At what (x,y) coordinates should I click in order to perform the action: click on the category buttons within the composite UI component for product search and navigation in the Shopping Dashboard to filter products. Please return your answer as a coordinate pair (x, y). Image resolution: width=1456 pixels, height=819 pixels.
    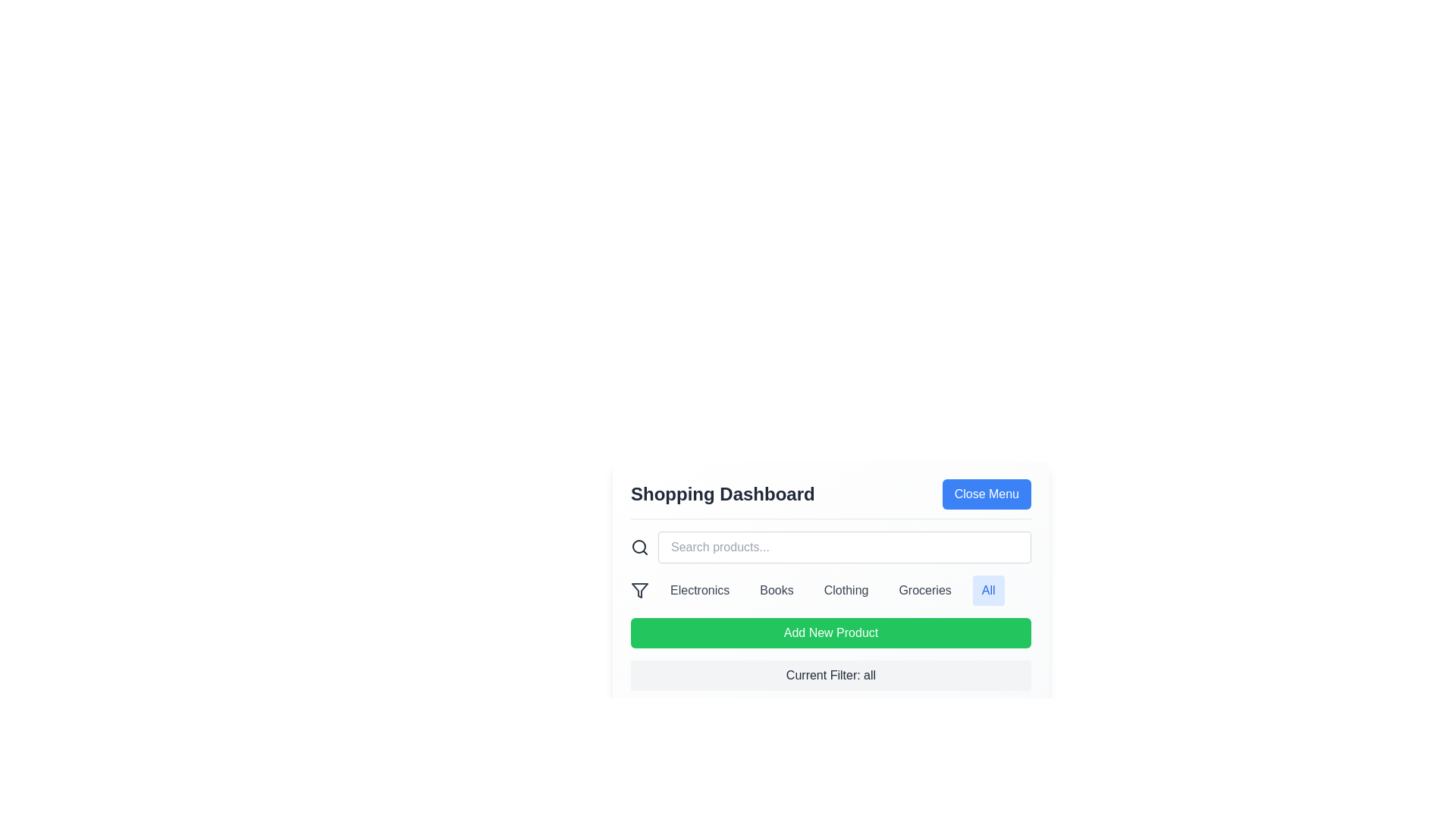
    Looking at the image, I should click on (830, 589).